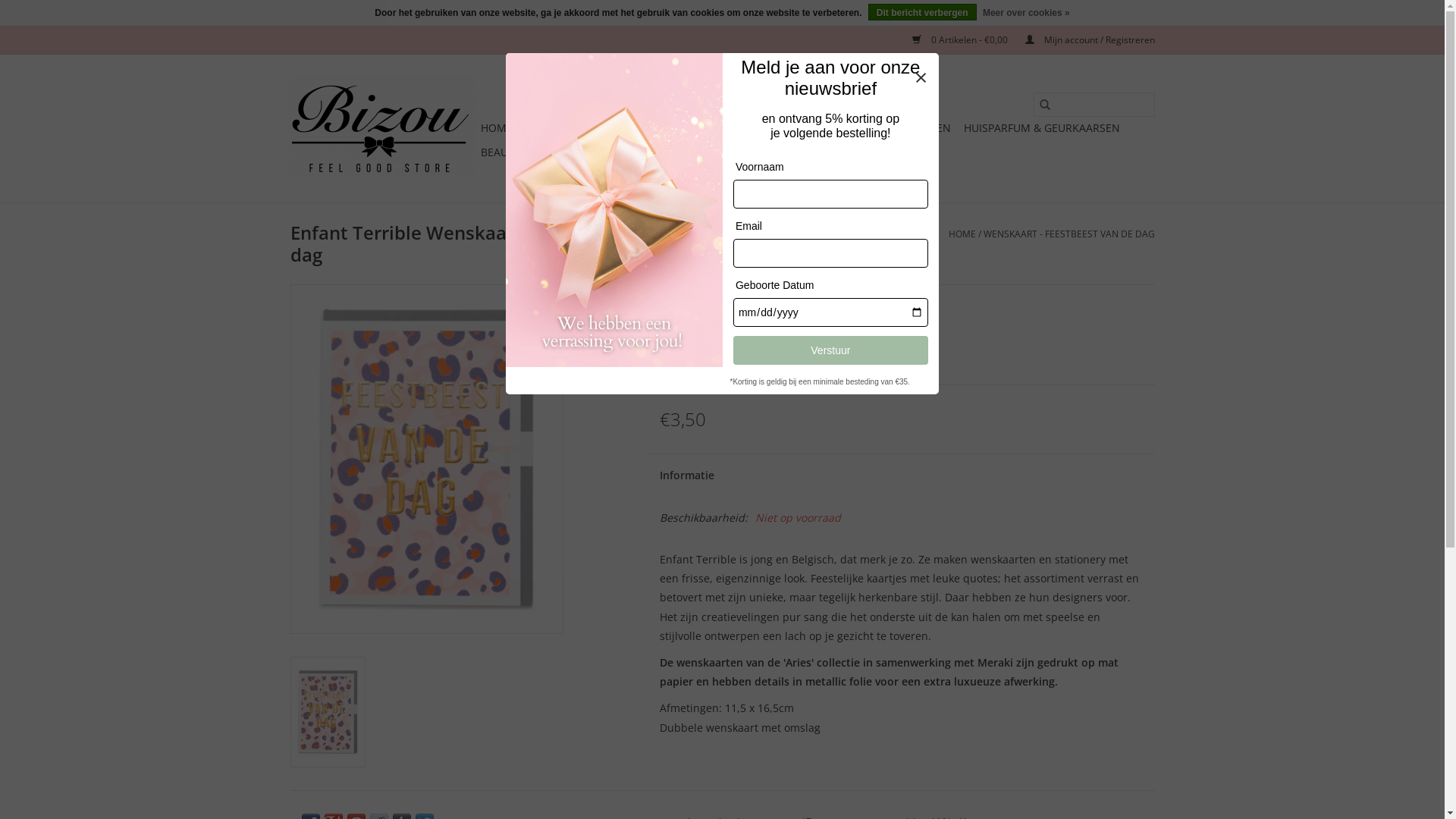  Describe the element at coordinates (560, 127) in the screenshot. I see `'BLACK FRIDAY'` at that location.